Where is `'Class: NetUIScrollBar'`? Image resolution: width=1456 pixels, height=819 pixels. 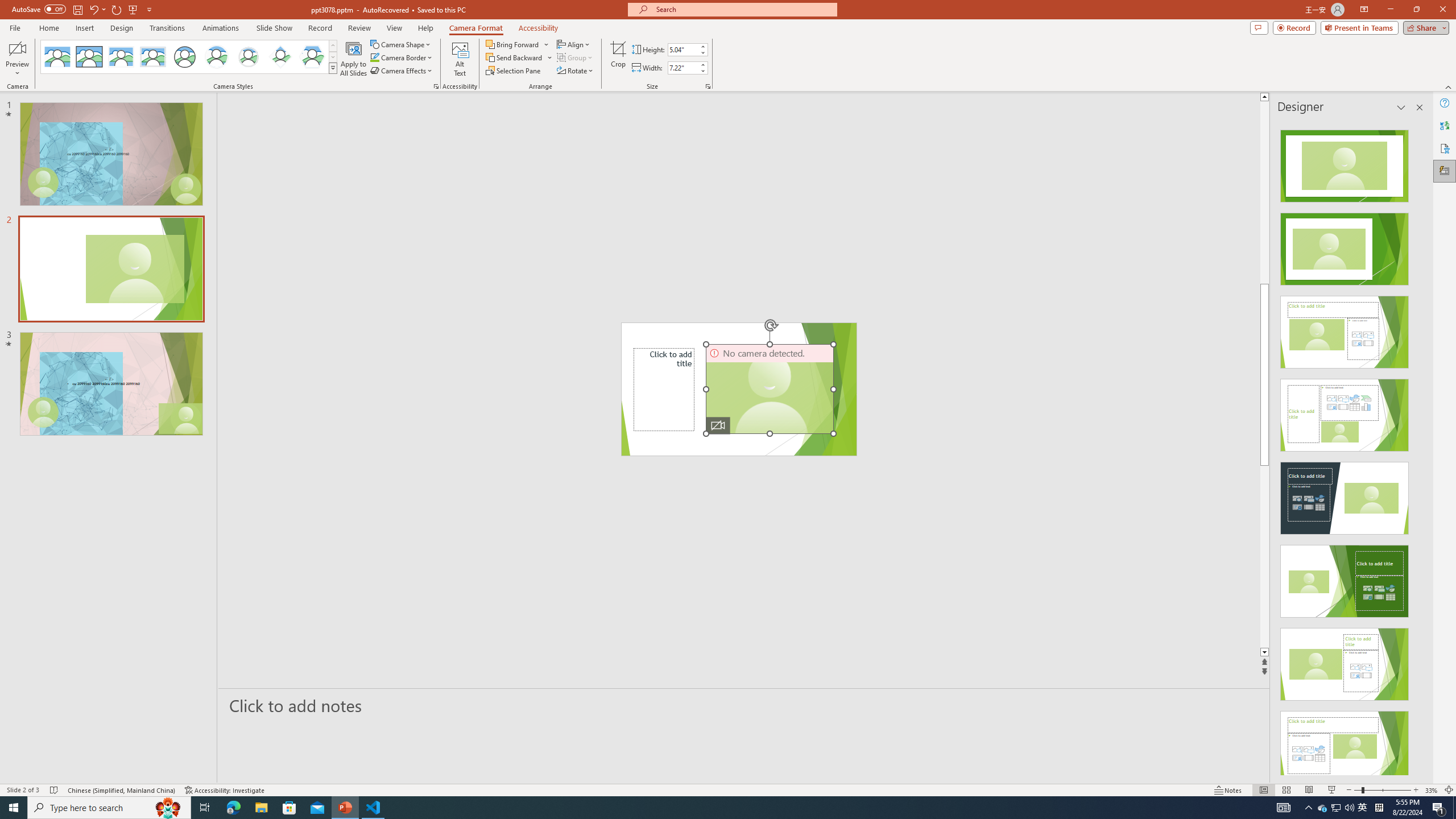 'Class: NetUIScrollBar' is located at coordinates (1418, 447).